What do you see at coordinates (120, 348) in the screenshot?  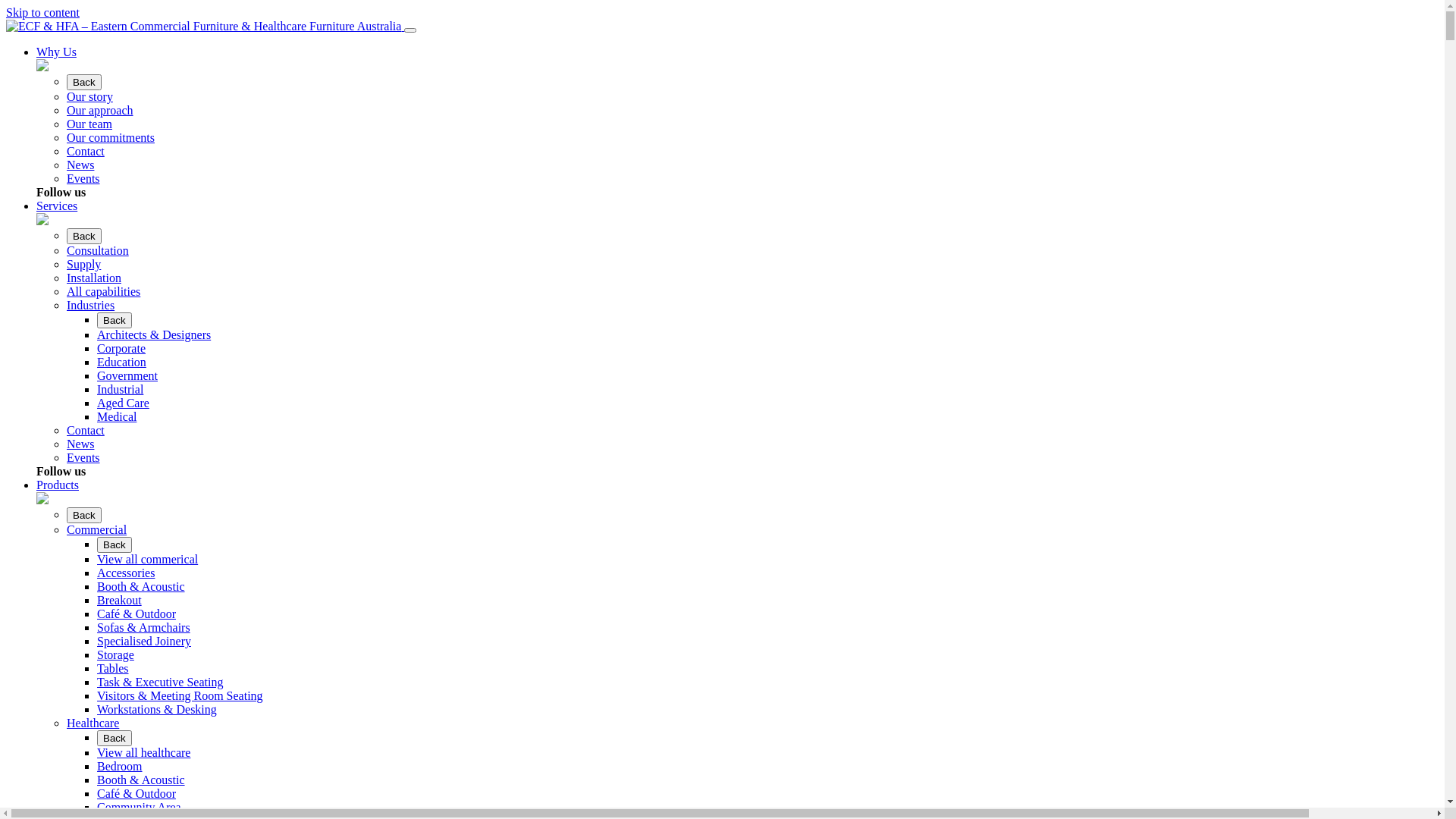 I see `'Corporate'` at bounding box center [120, 348].